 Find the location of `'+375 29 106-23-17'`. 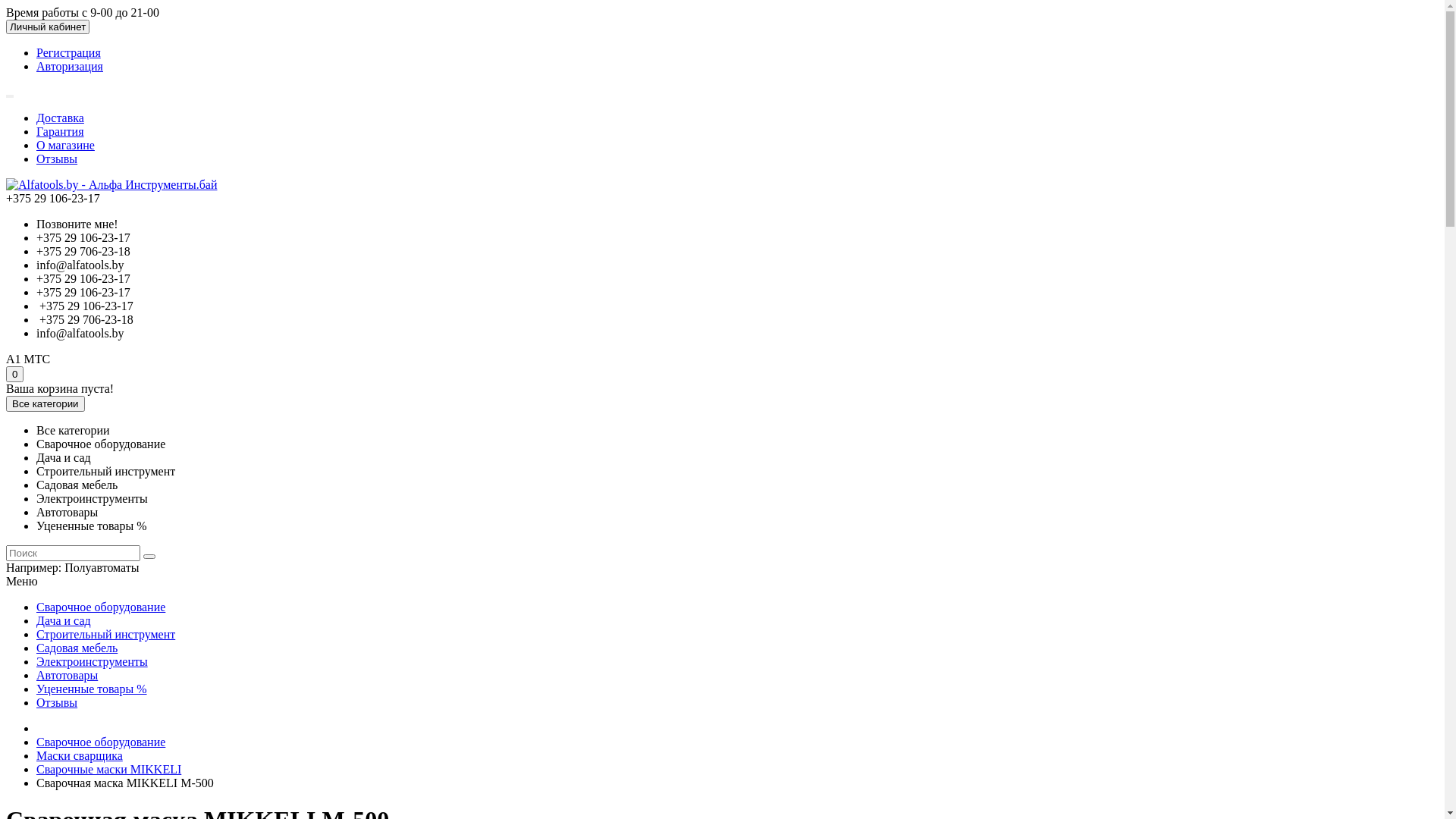

'+375 29 106-23-17' is located at coordinates (83, 237).